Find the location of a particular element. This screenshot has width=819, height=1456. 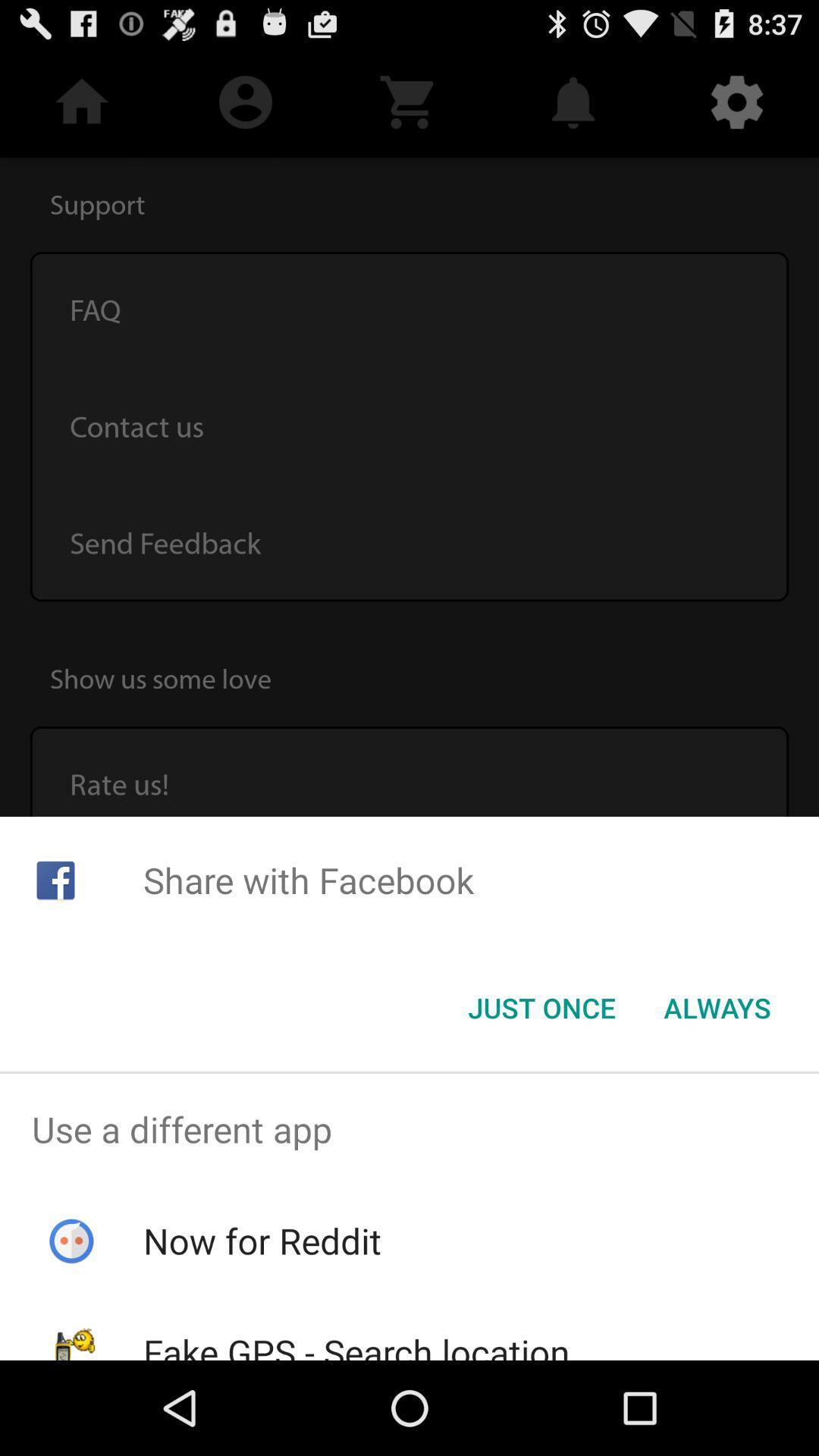

the app below use a different item is located at coordinates (262, 1241).